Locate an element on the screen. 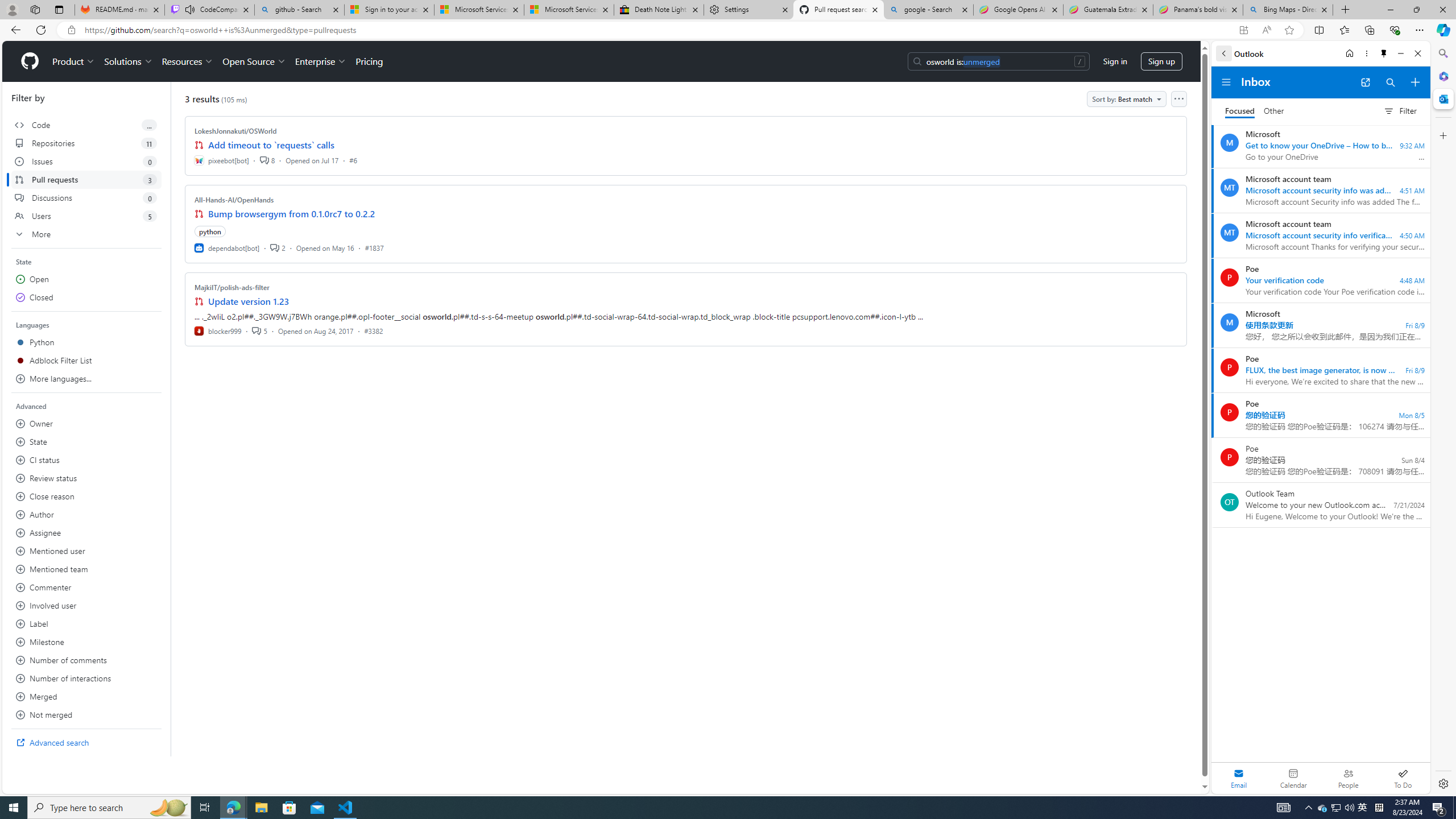 The width and height of the screenshot is (1456, 819). 'Filter' is located at coordinates (1400, 111).